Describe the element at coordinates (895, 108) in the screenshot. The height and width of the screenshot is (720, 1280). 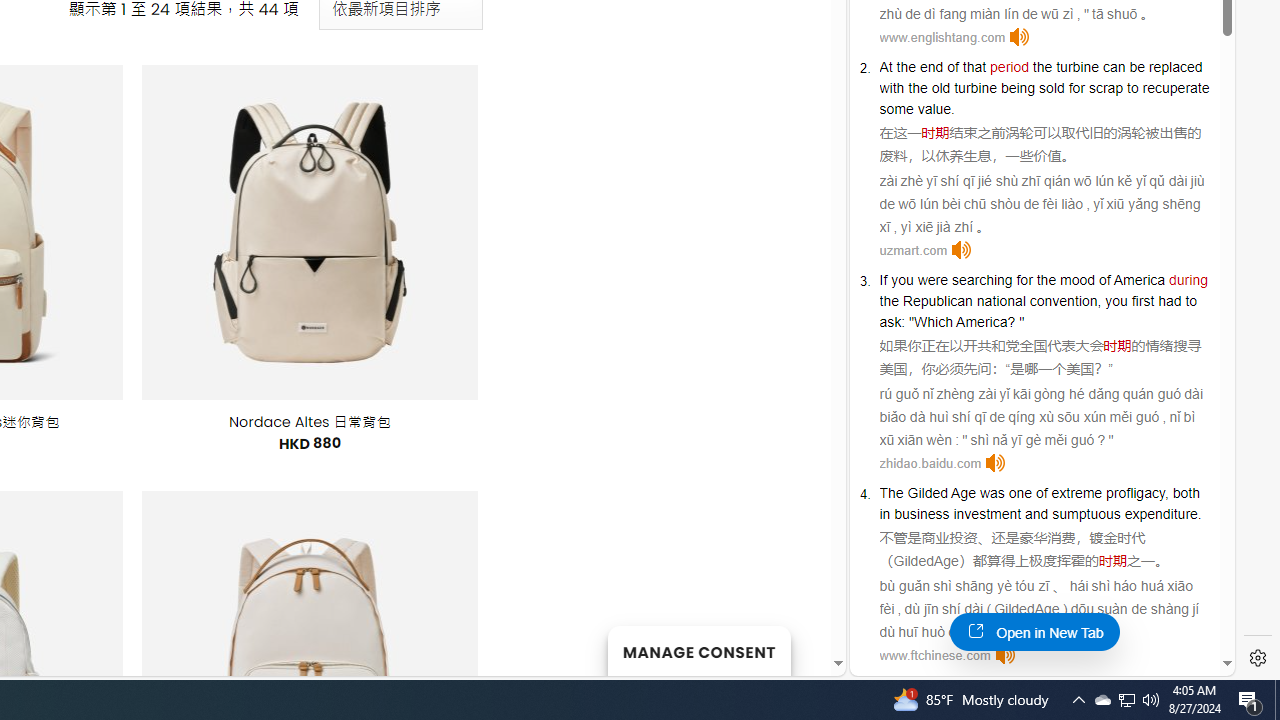
I see `'some'` at that location.